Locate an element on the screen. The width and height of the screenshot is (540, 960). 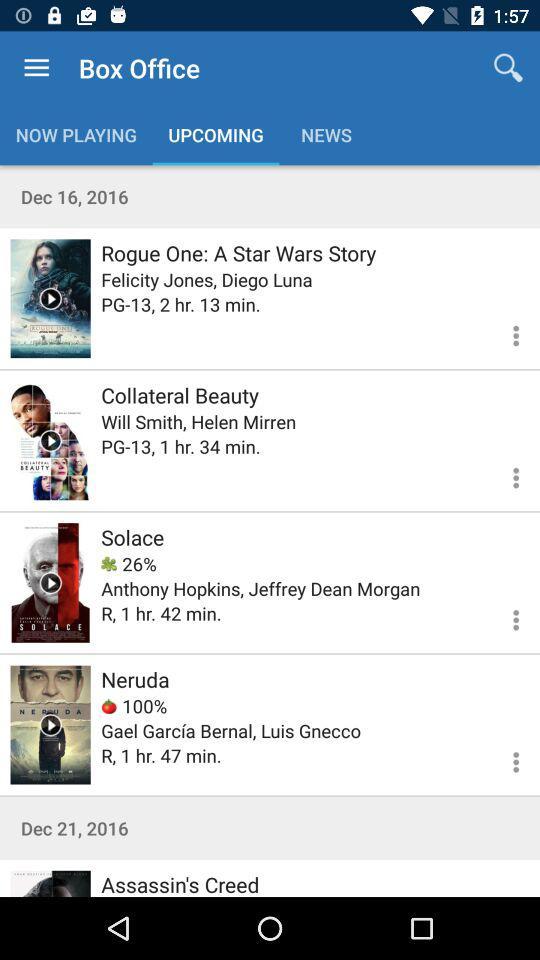
information view option is located at coordinates (503, 333).